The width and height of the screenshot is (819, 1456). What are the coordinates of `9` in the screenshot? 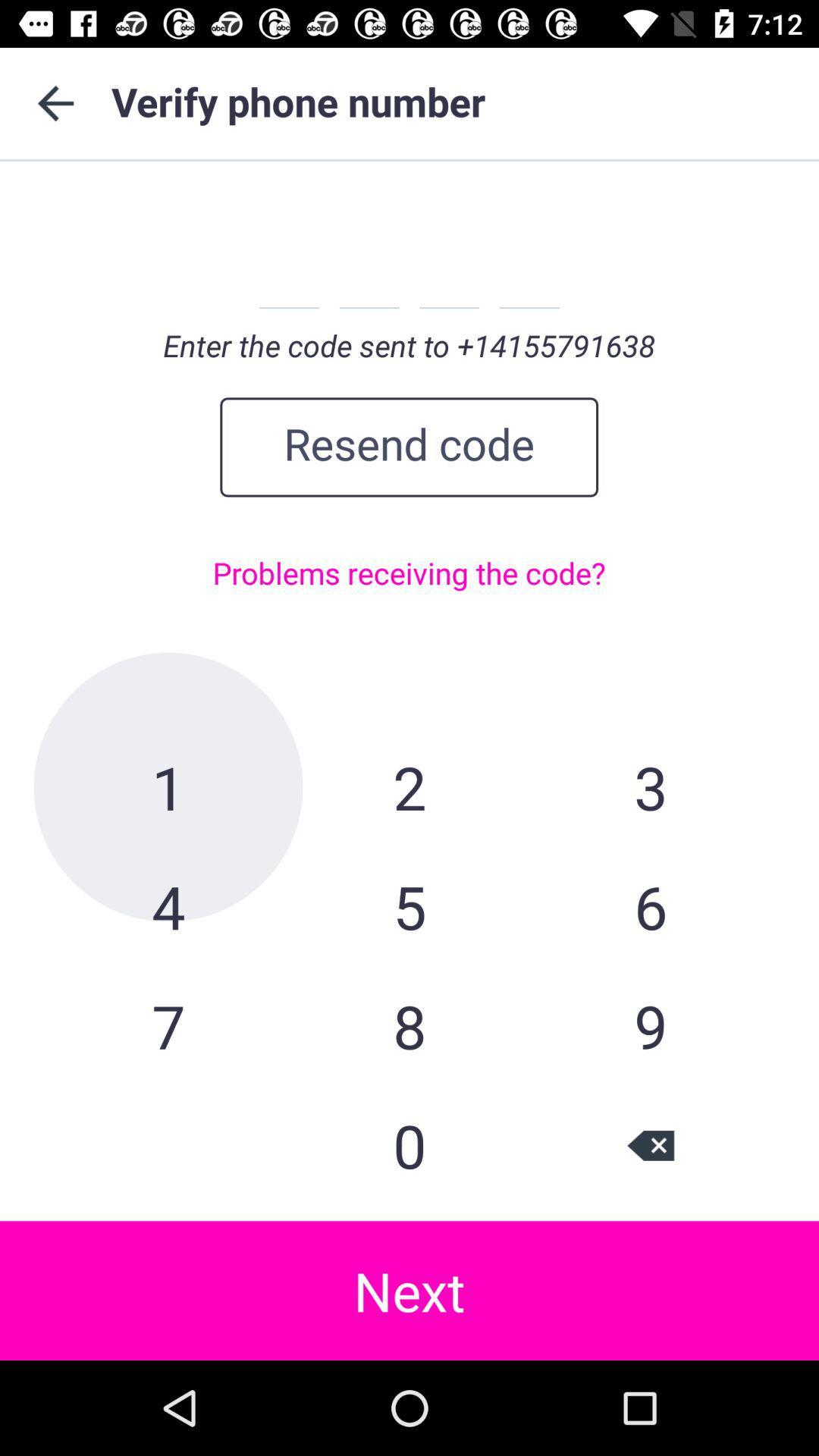 It's located at (649, 1026).